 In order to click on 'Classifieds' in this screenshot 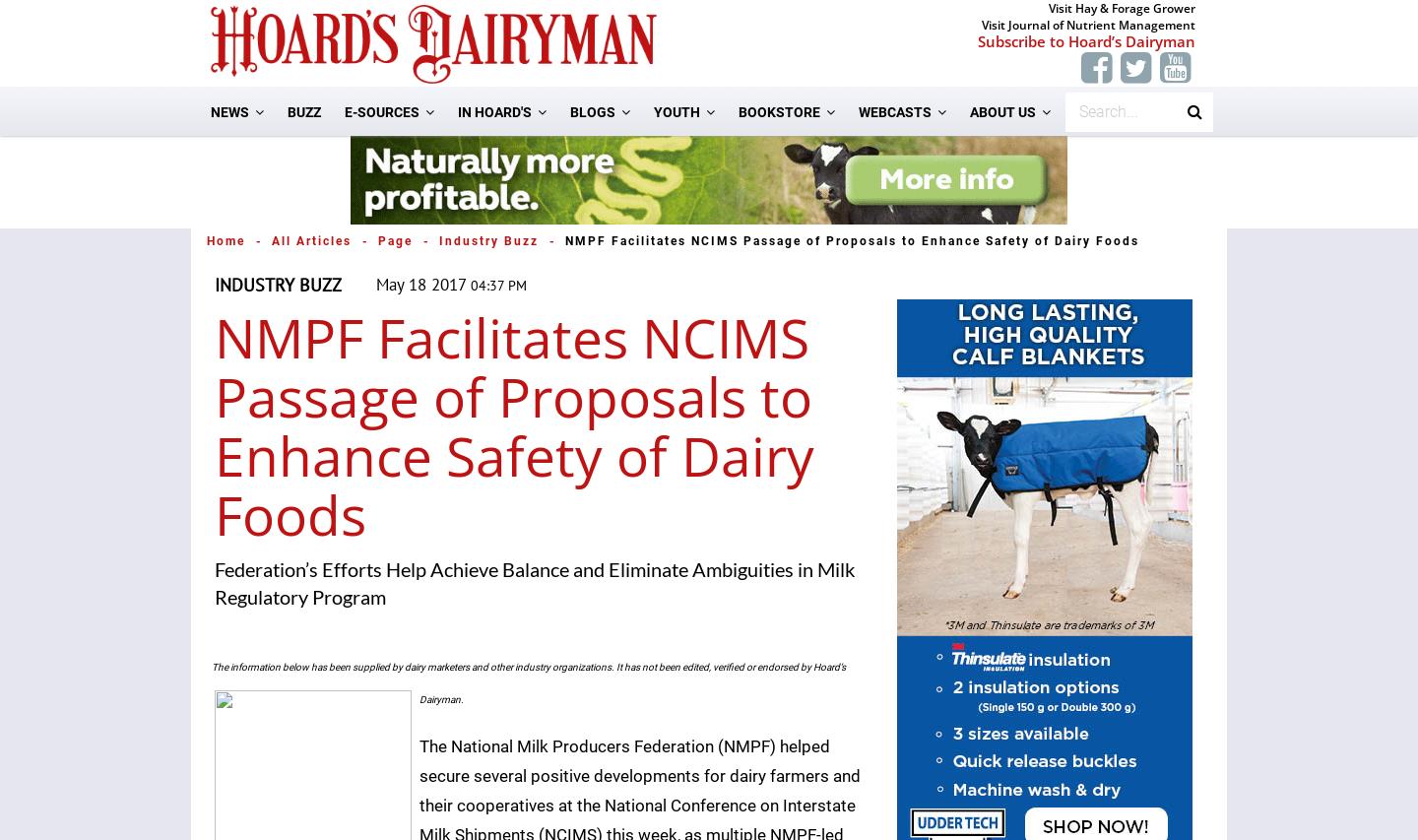, I will do `click(516, 386)`.